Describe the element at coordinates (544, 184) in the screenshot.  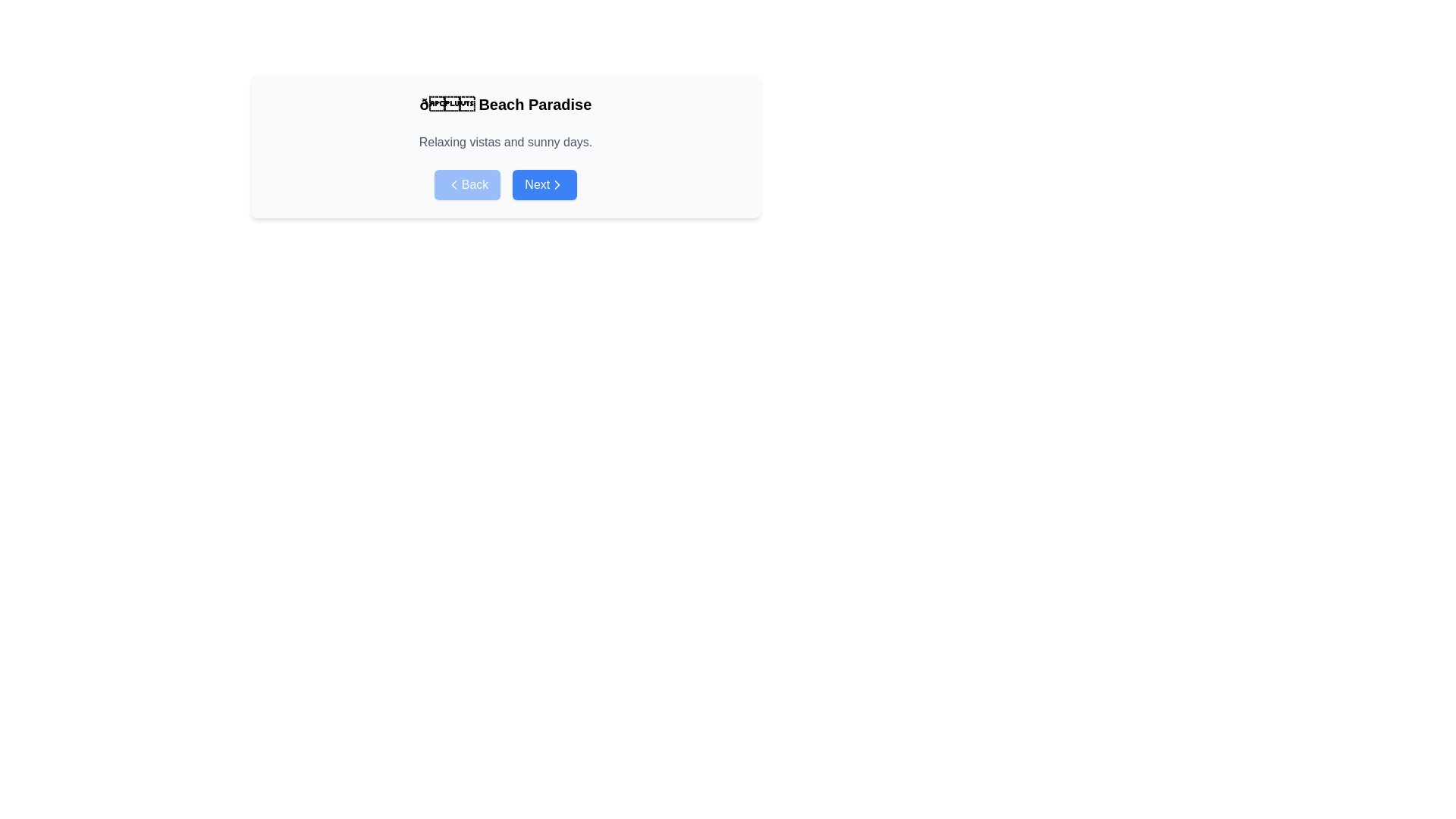
I see `the second button` at that location.